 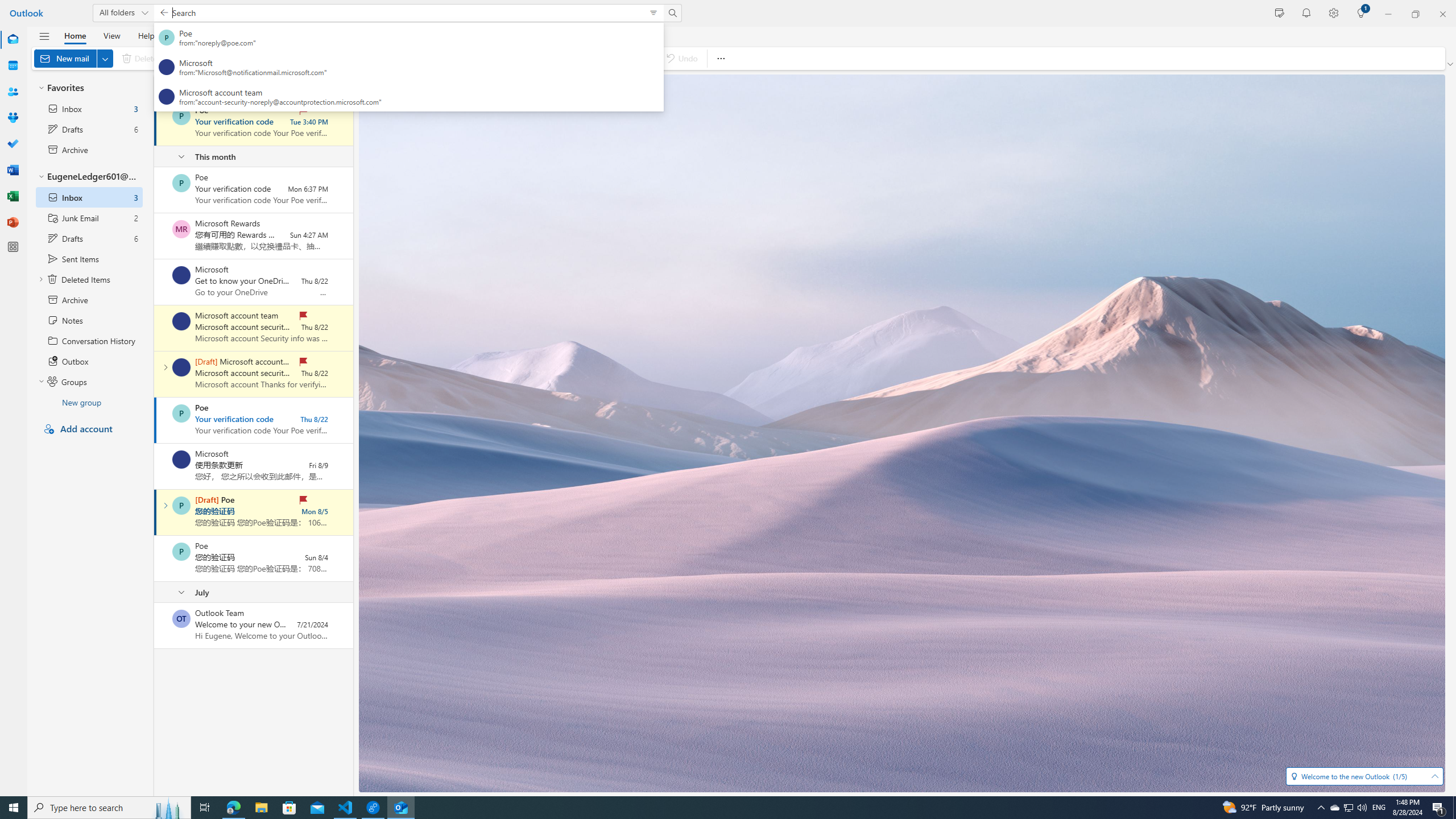 I want to click on 'Outlook Team', so click(x=180, y=618).